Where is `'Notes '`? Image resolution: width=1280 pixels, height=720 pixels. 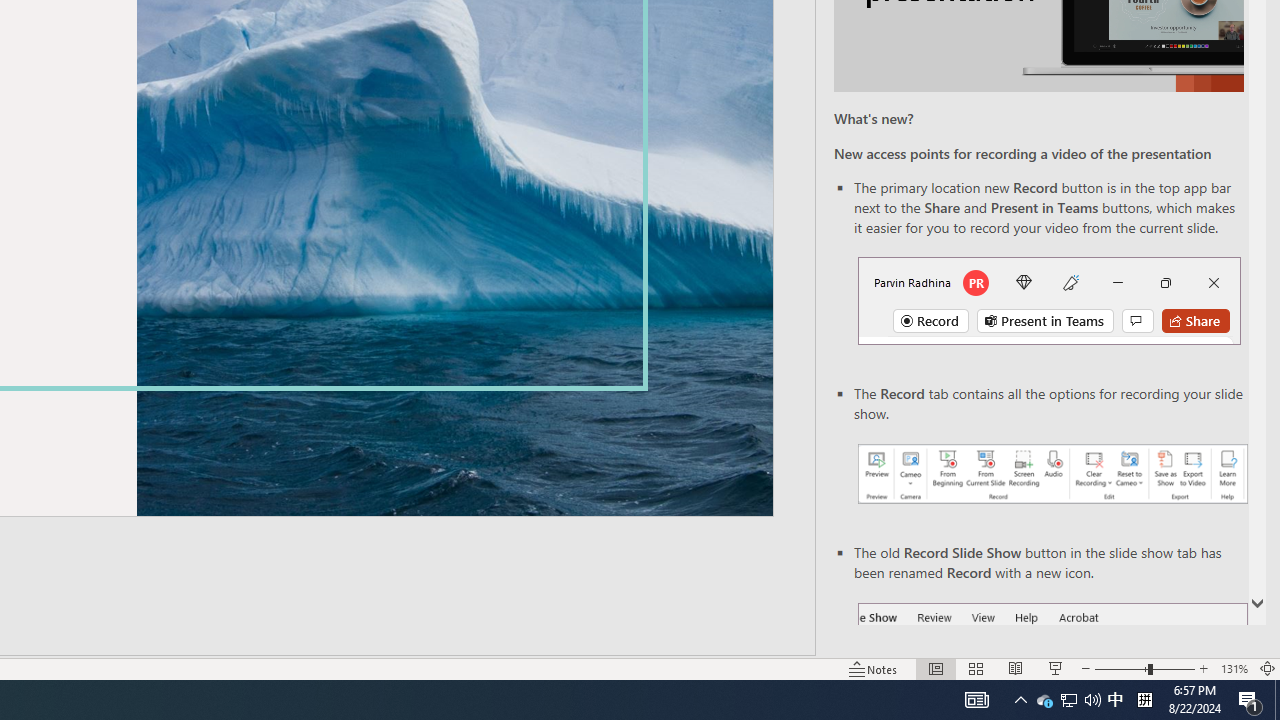 'Notes ' is located at coordinates (874, 669).